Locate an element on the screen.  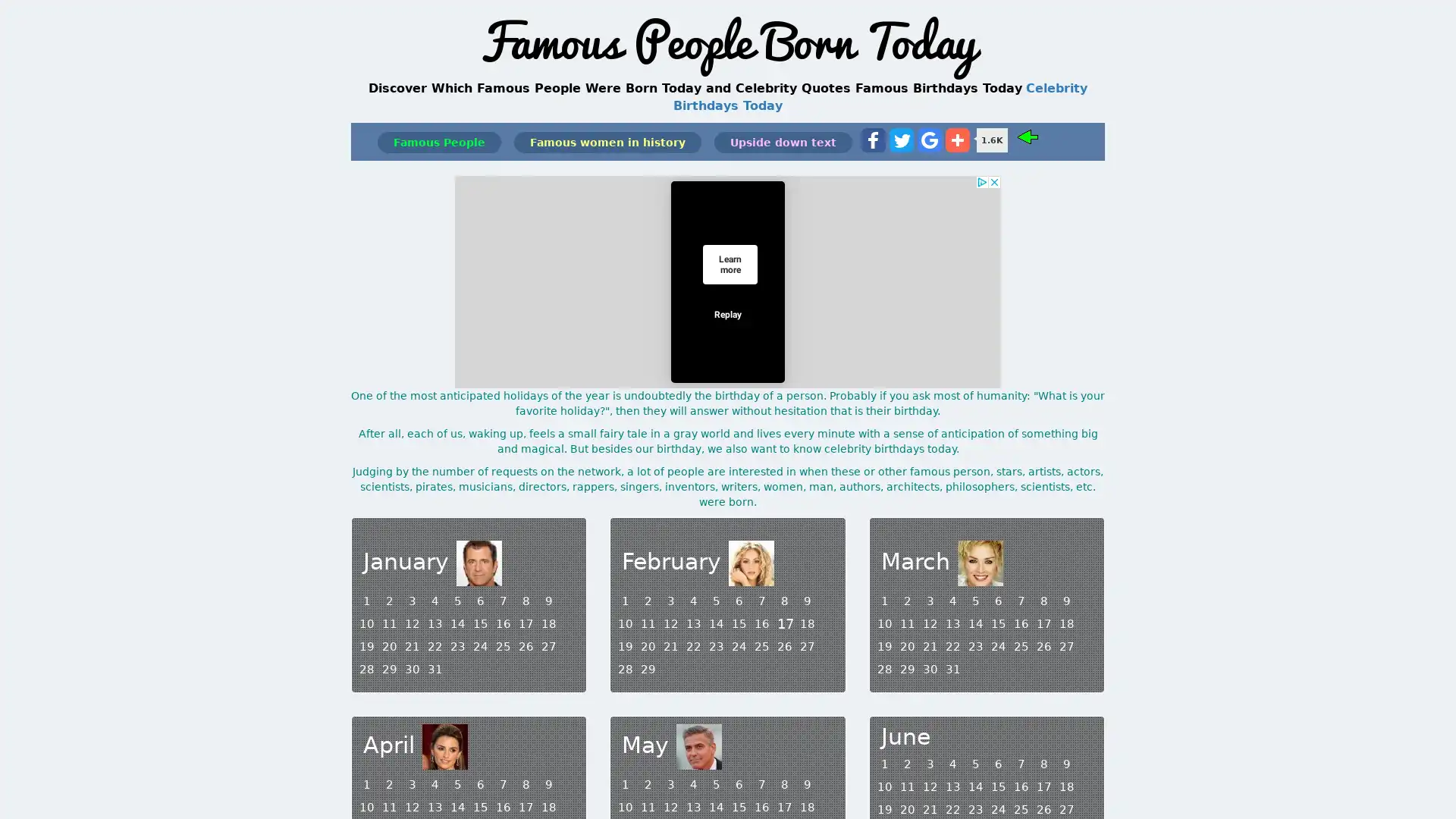
Share to Google Bookmark is located at coordinates (928, 140).